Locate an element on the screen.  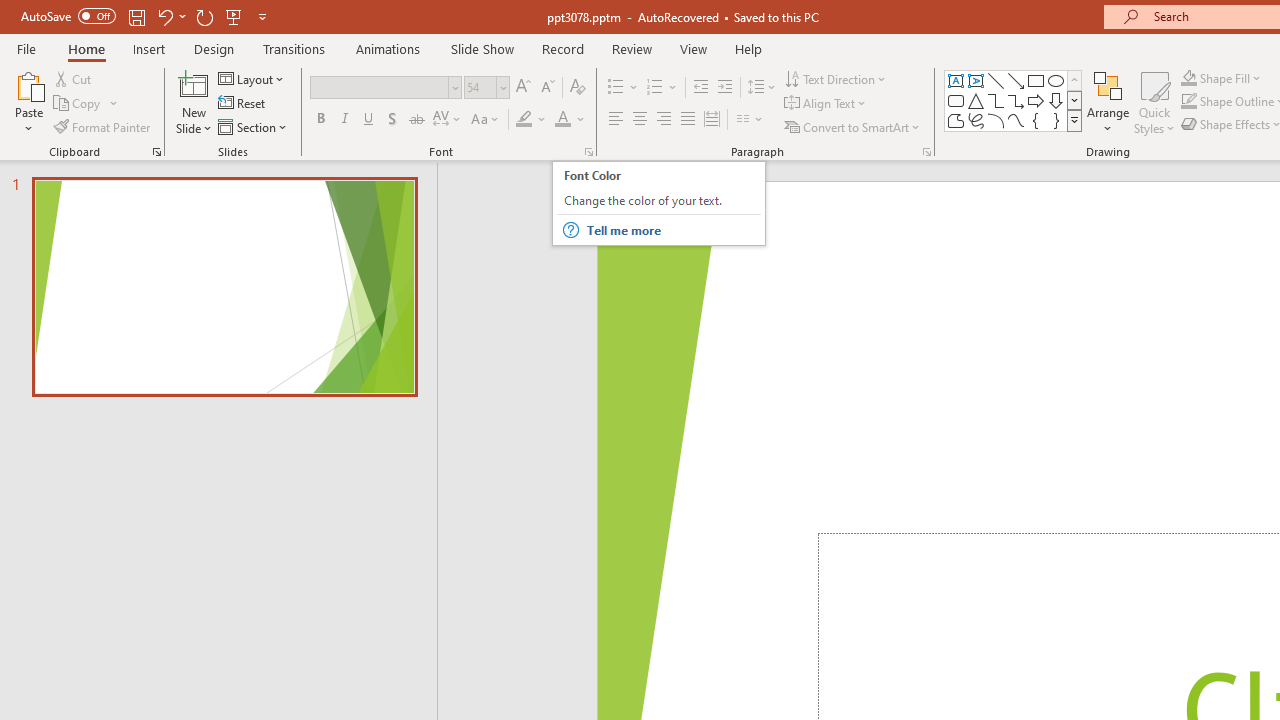
'Section' is located at coordinates (253, 127).